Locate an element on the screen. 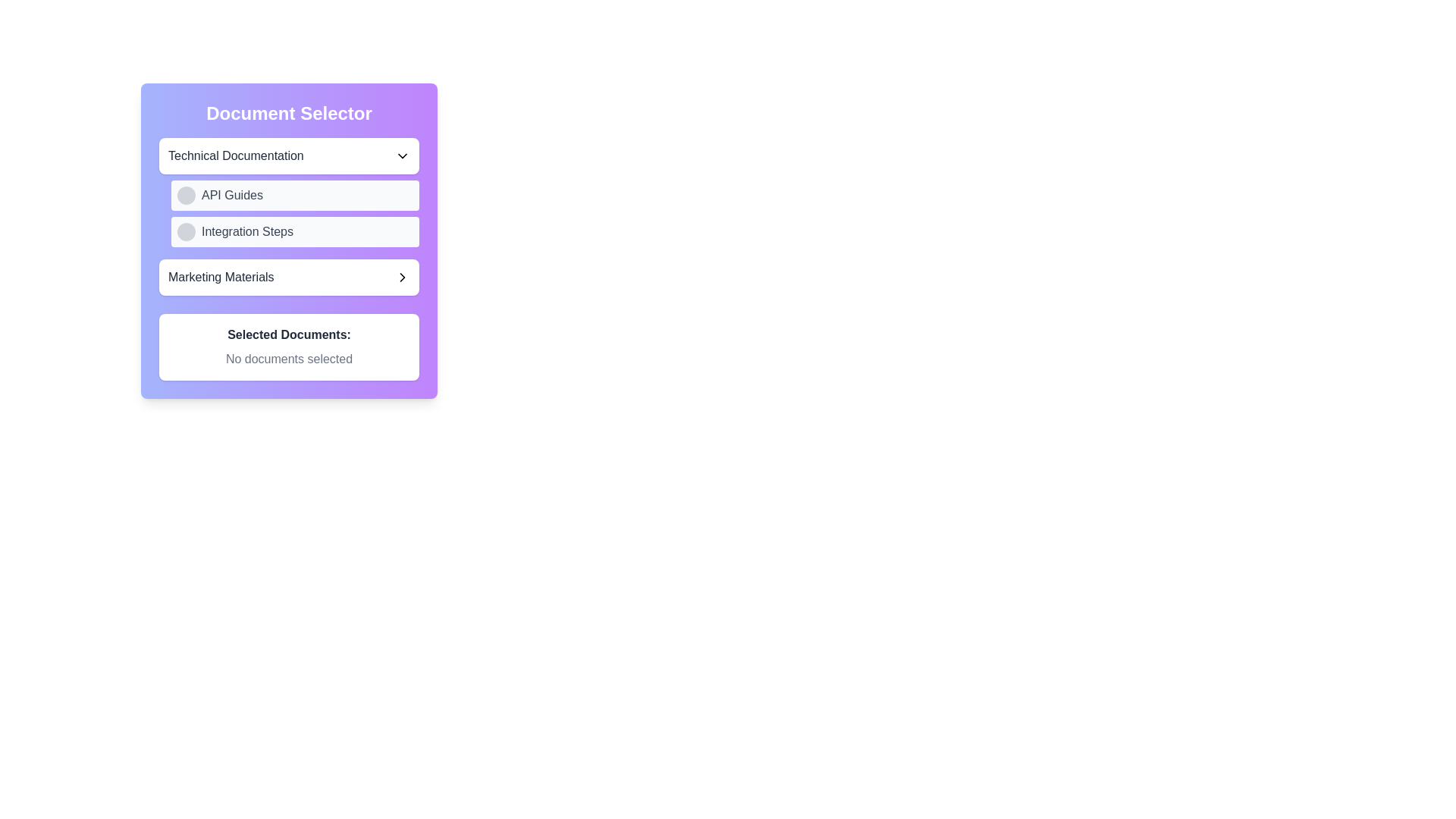  text from the 'Marketing Materials' label located in the third interactive box of the 'Document Selector' panel is located at coordinates (220, 278).